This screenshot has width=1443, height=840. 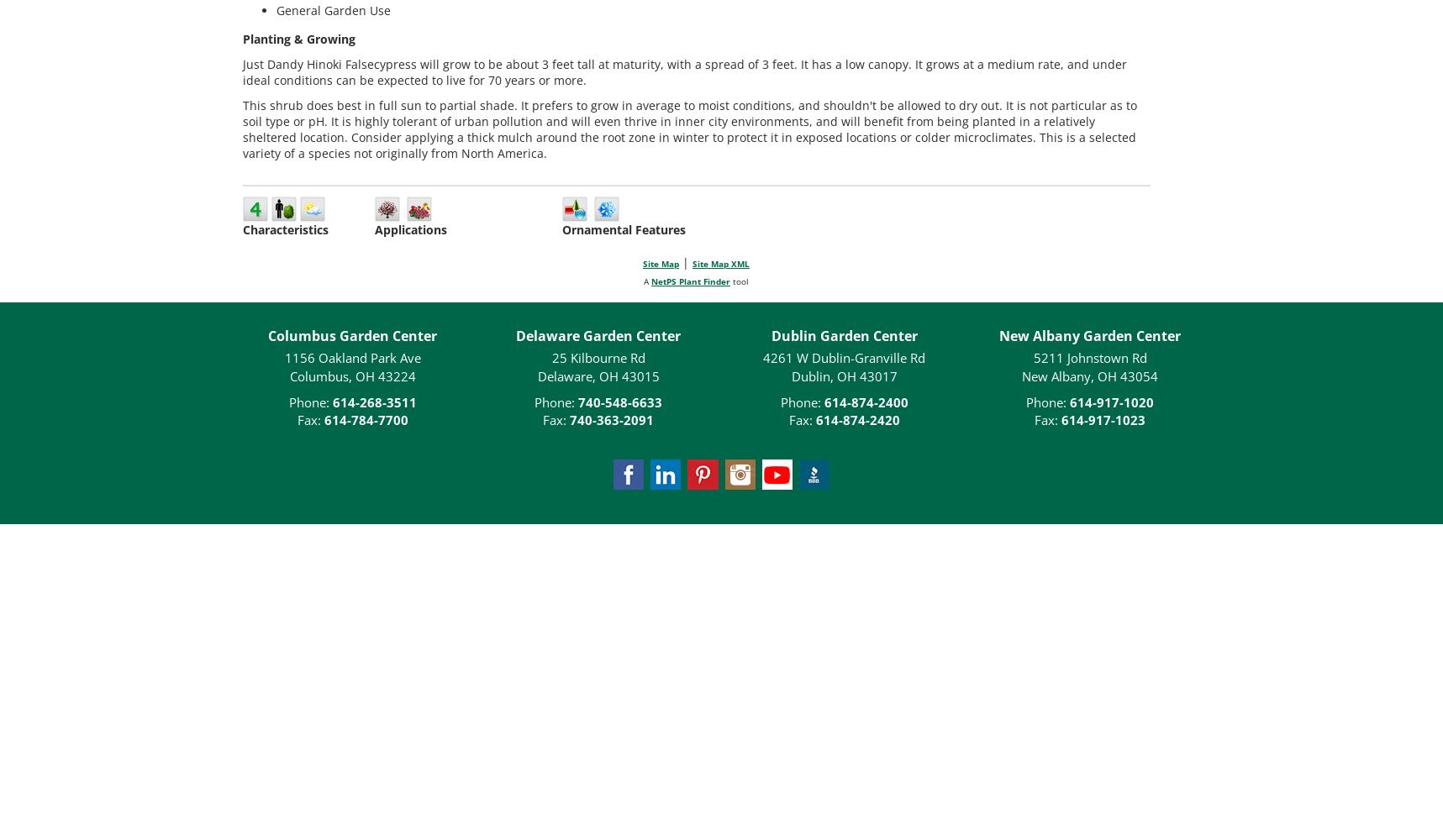 What do you see at coordinates (598, 375) in the screenshot?
I see `'Delaware, OH 43015'` at bounding box center [598, 375].